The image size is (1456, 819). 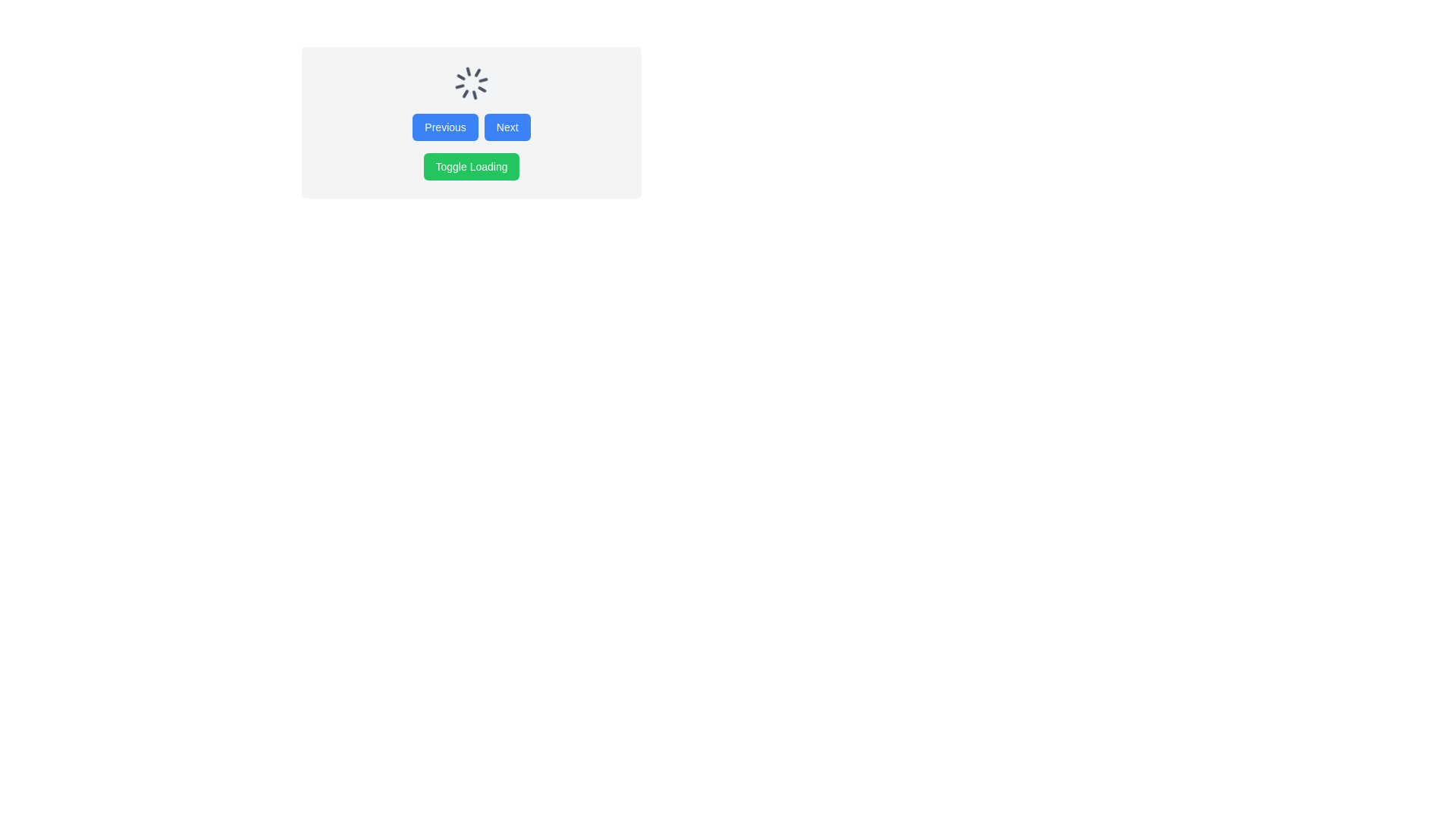 I want to click on the blue button with rounded corners and white text labeled 'Previous', so click(x=444, y=127).